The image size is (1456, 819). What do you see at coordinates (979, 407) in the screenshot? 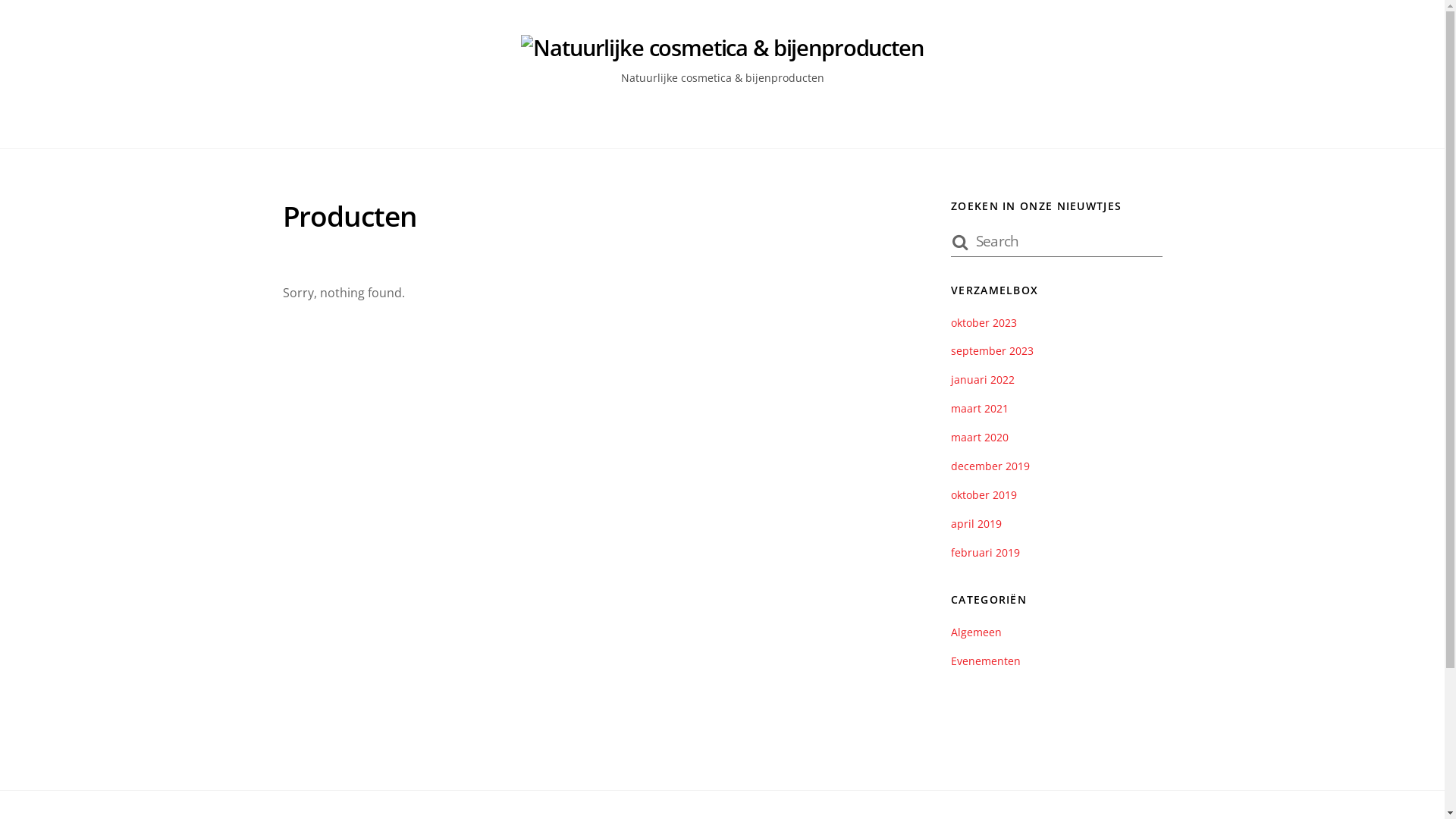
I see `'maart 2021'` at bounding box center [979, 407].